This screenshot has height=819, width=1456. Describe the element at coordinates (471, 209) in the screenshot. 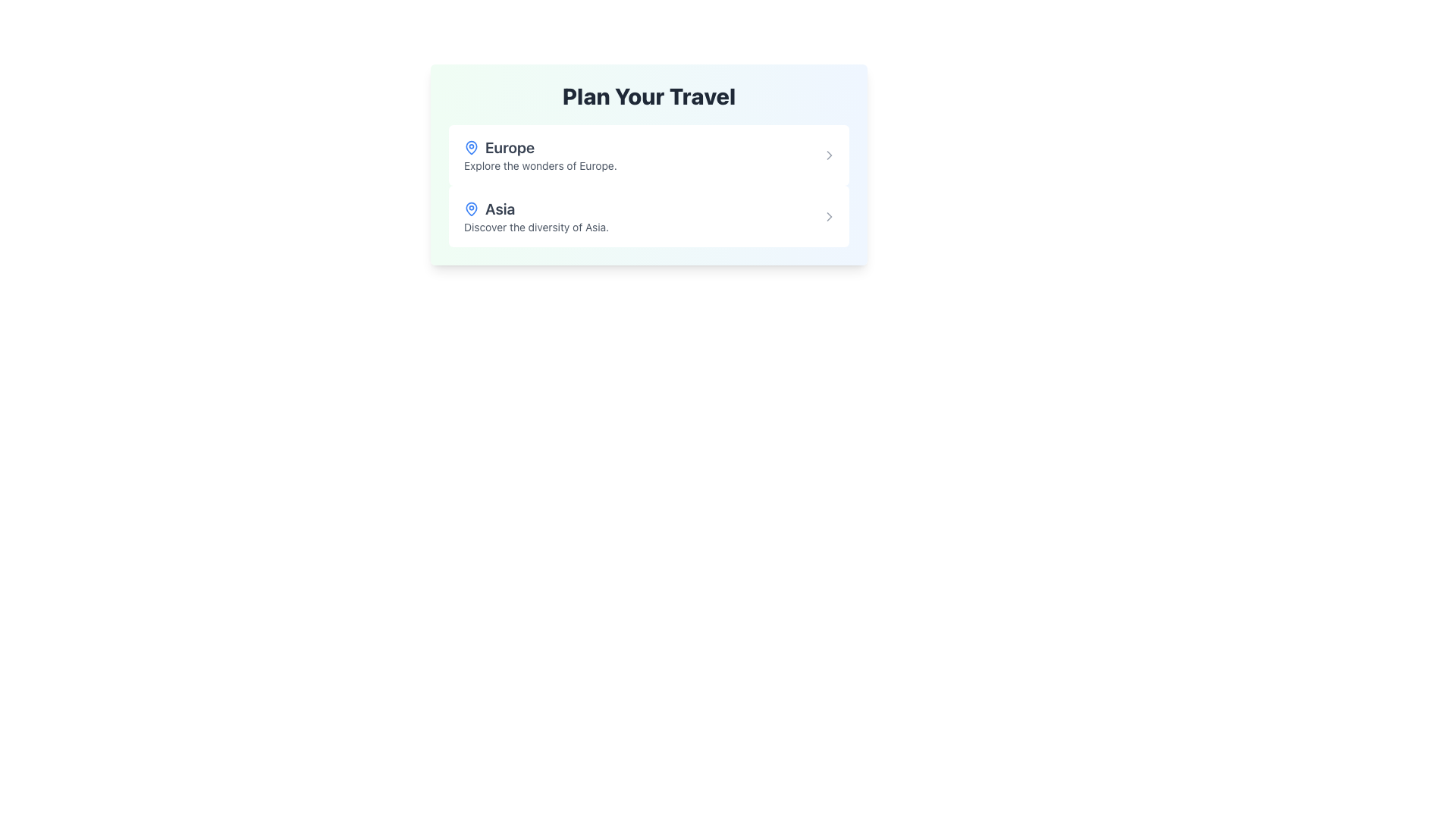

I see `the map pin icon with a blue outline adjacent to the label 'Asia' in the travel destinations section` at that location.